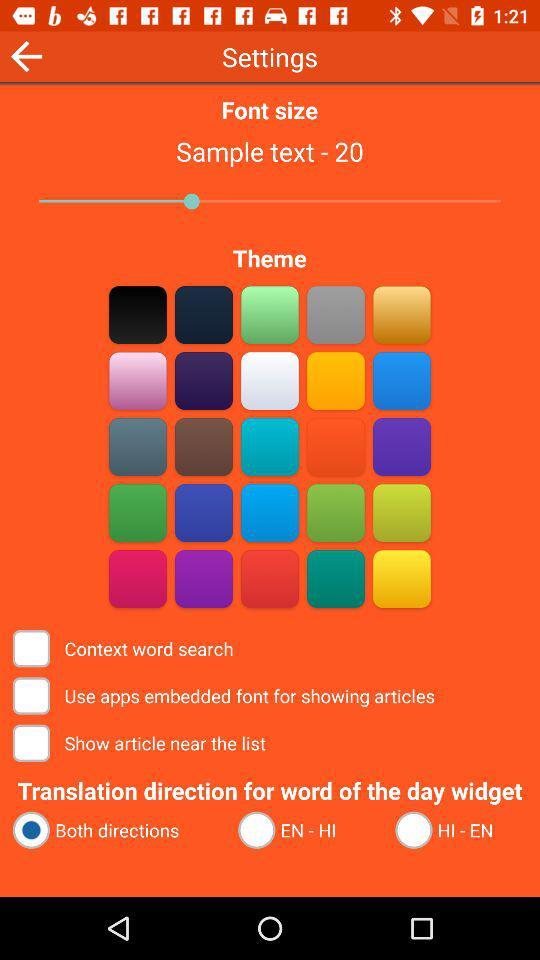 The width and height of the screenshot is (540, 960). I want to click on blue square, so click(401, 380).